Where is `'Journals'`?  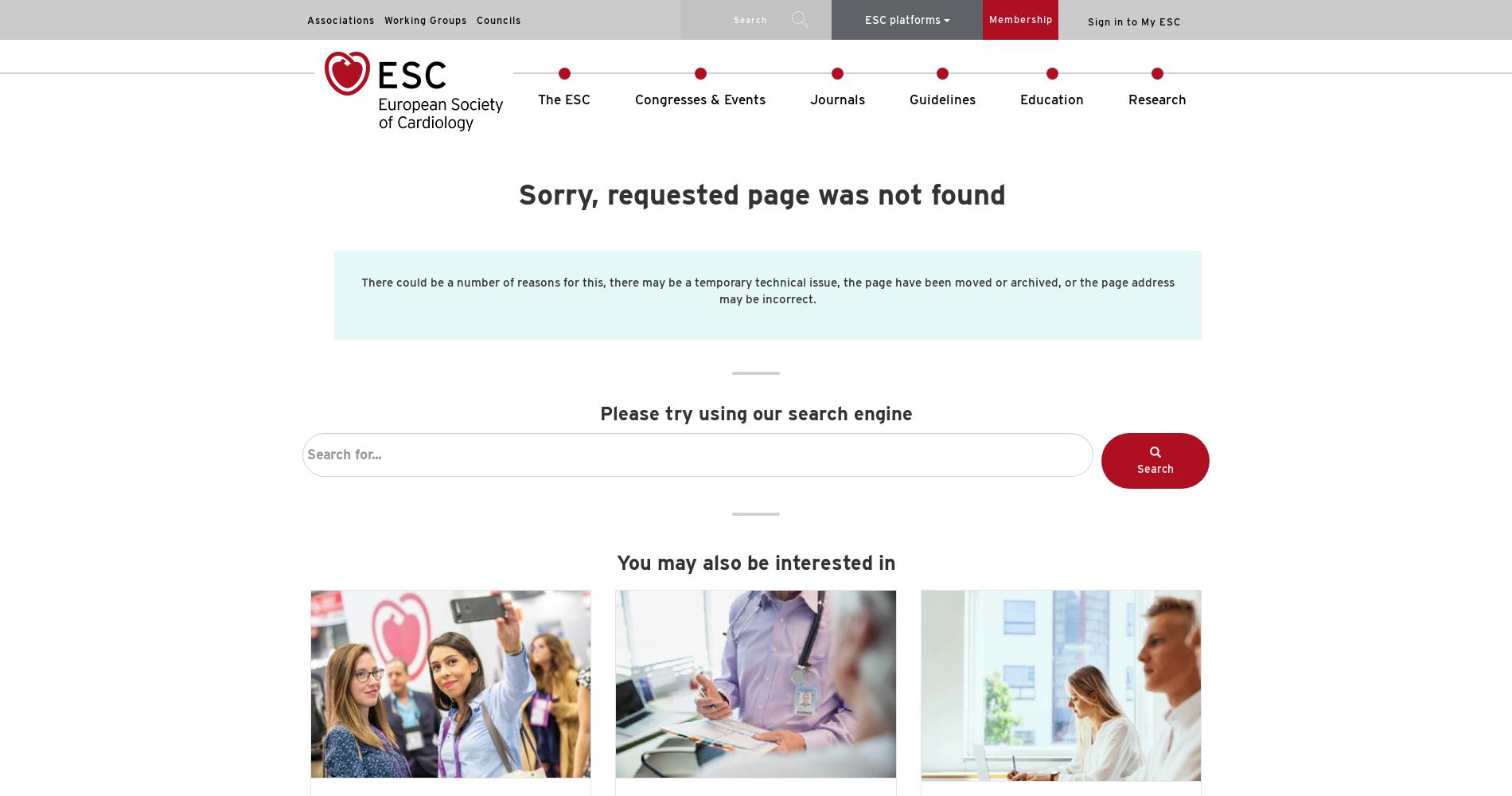 'Journals' is located at coordinates (810, 99).